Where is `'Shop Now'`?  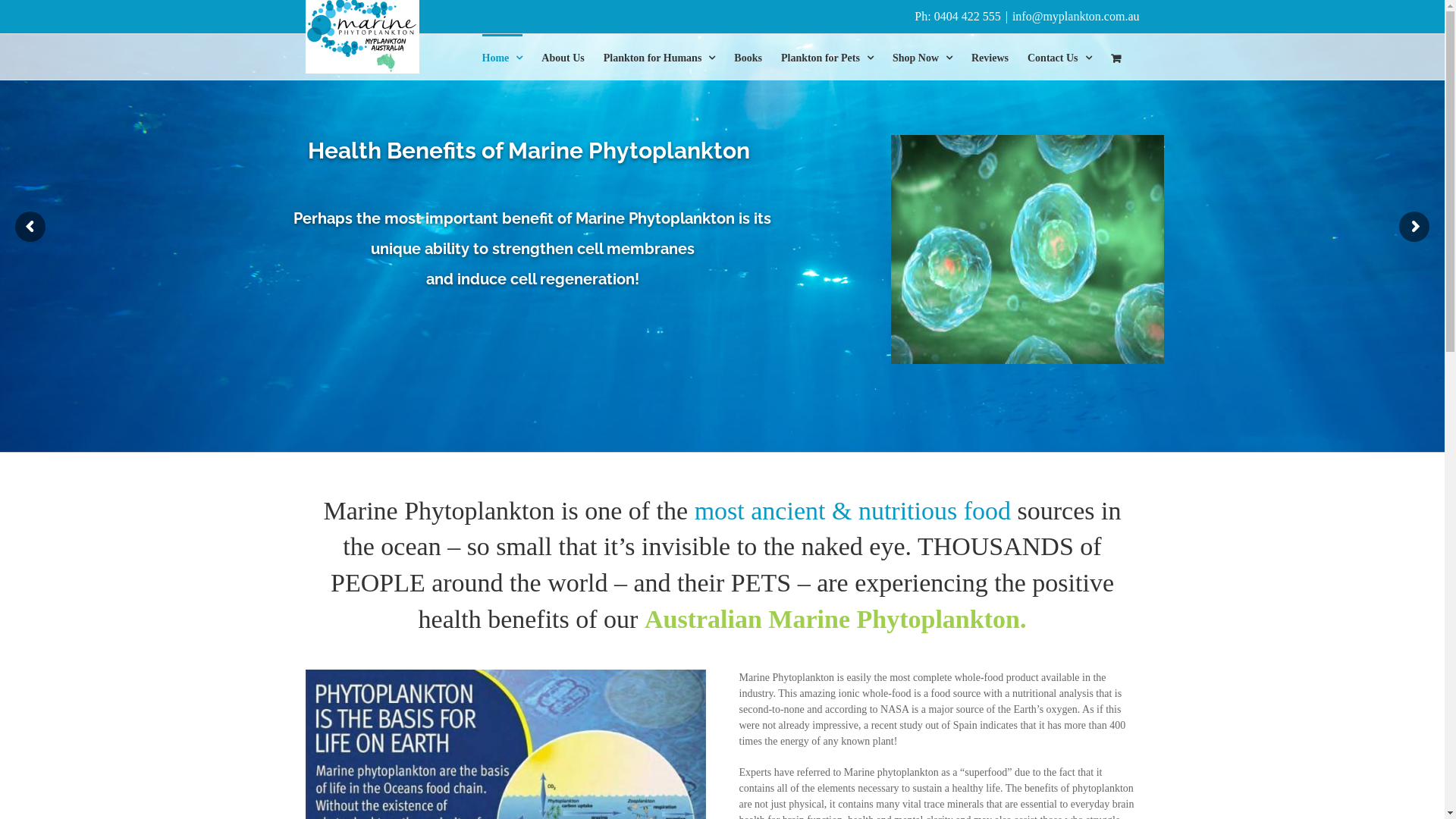
'Shop Now' is located at coordinates (921, 55).